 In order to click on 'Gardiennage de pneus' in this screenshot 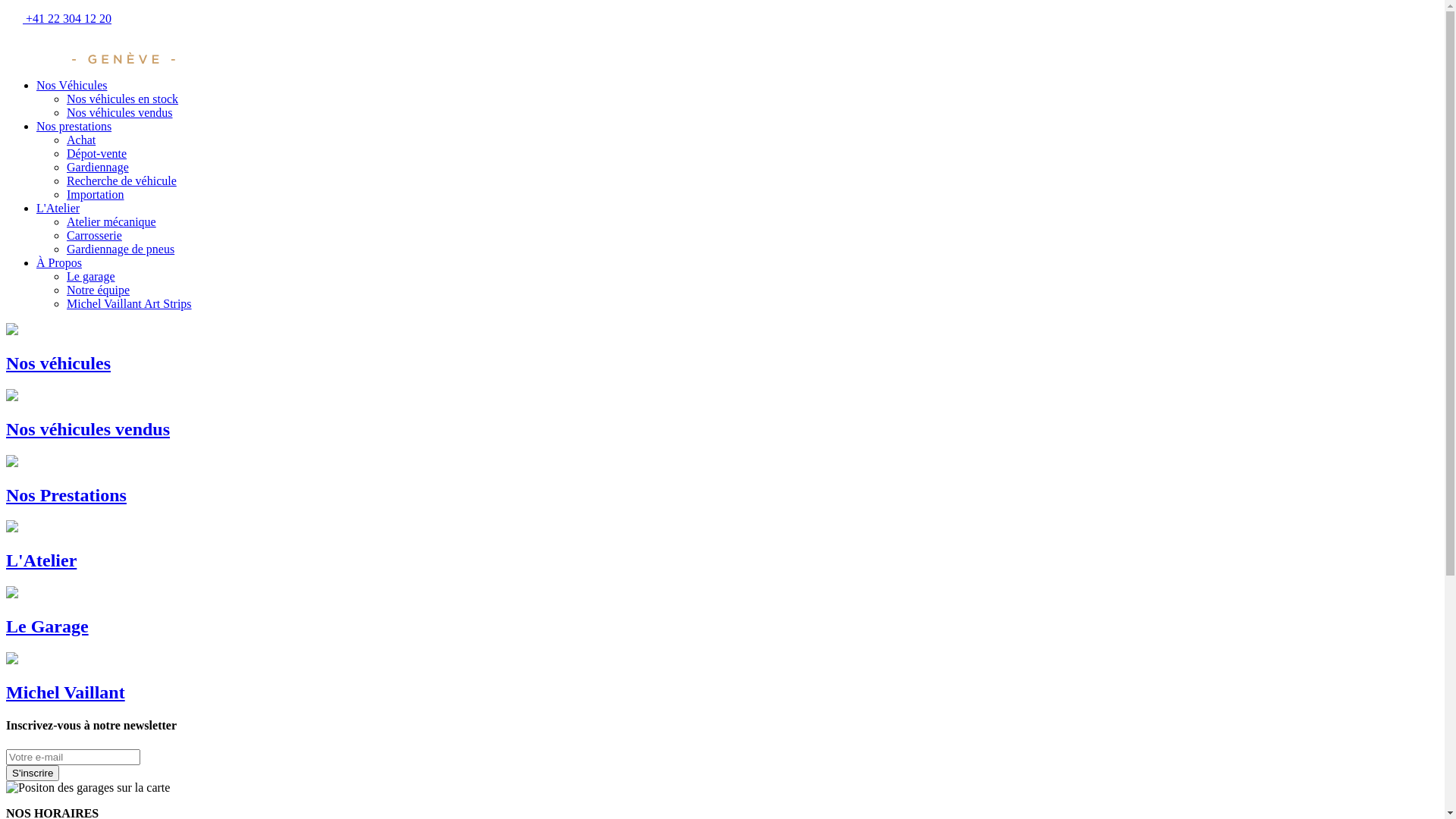, I will do `click(119, 248)`.